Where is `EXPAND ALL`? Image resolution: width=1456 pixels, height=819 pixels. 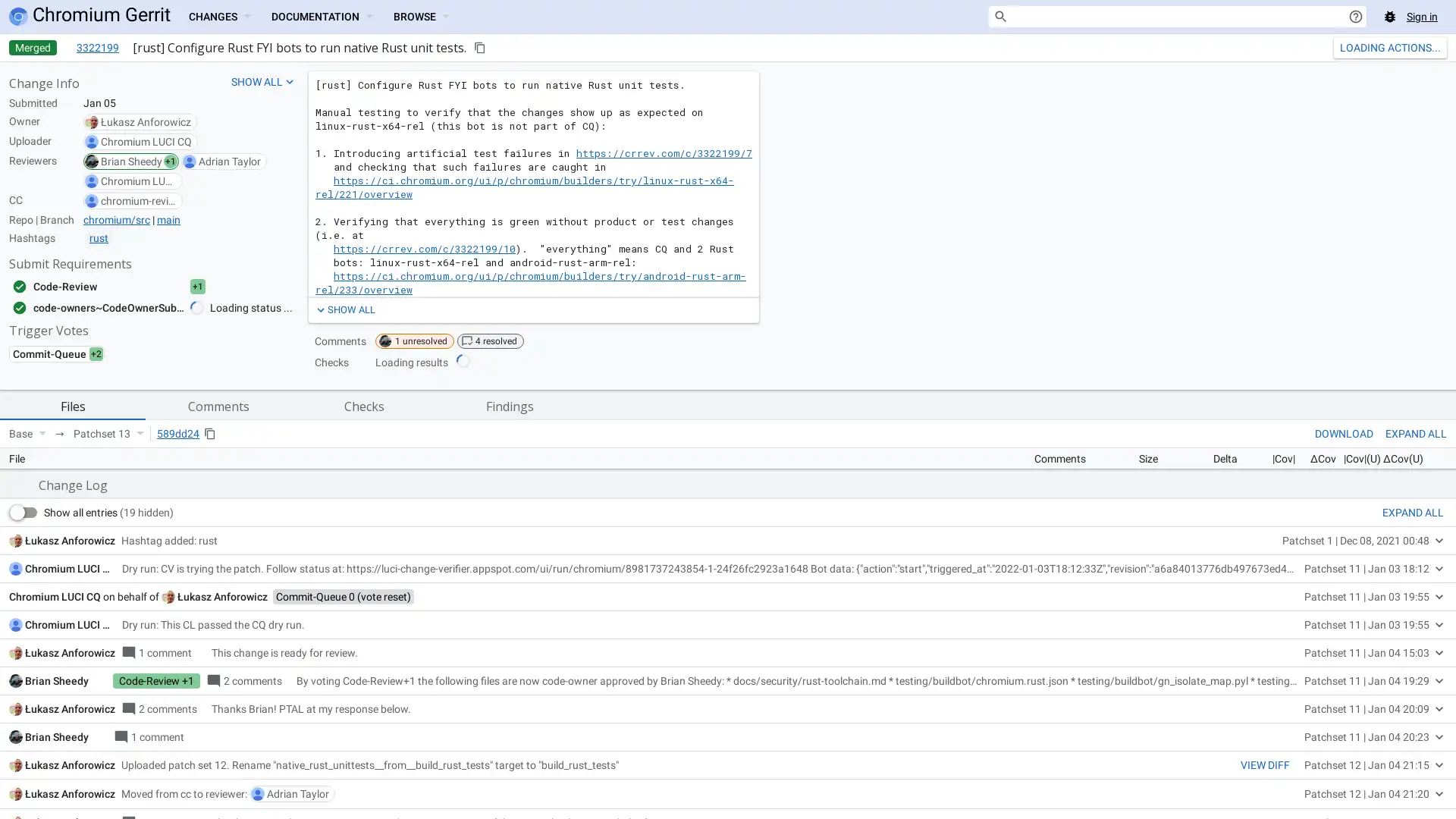 EXPAND ALL is located at coordinates (1412, 721).